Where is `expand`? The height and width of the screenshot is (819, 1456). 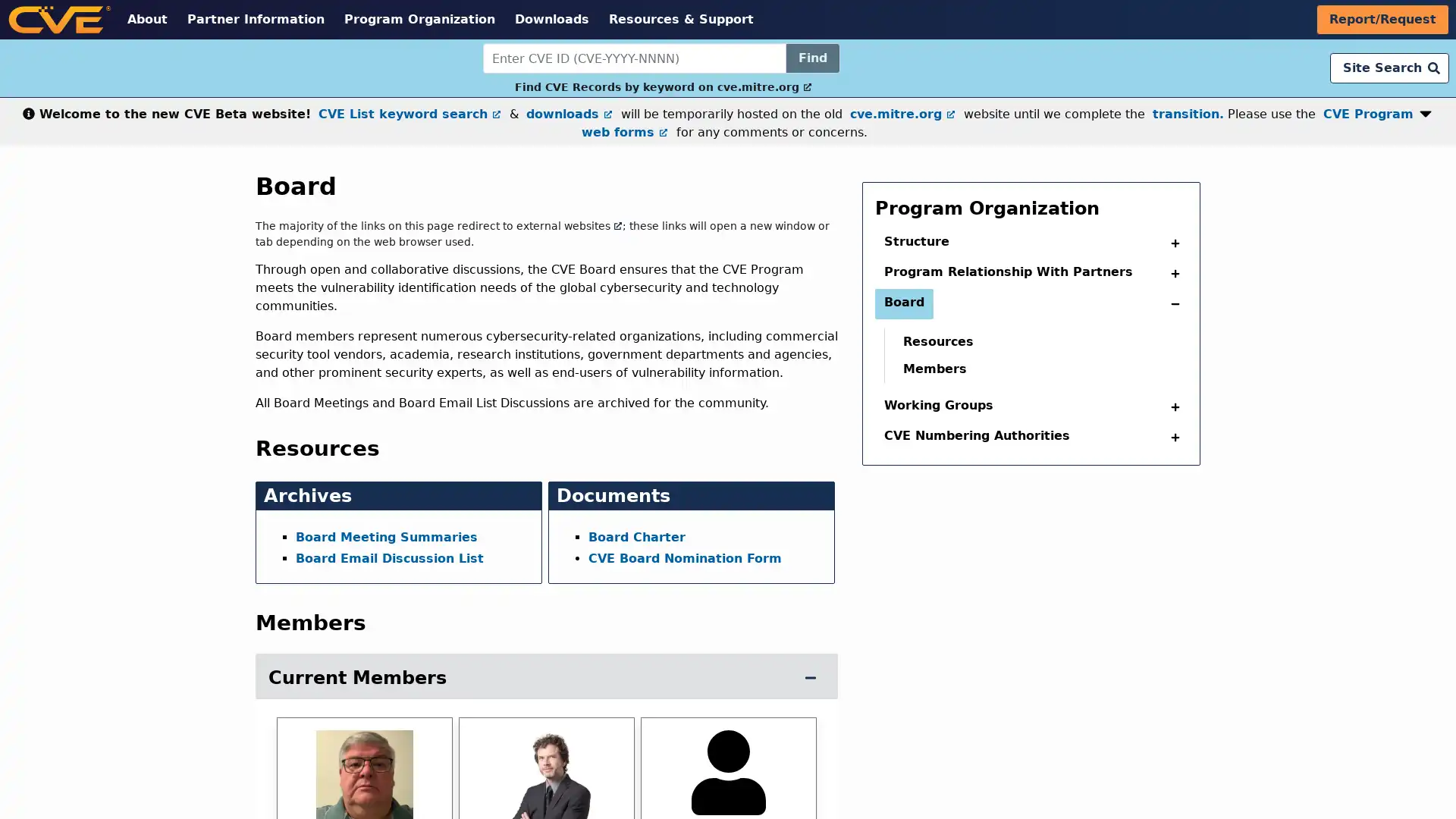 expand is located at coordinates (1171, 304).